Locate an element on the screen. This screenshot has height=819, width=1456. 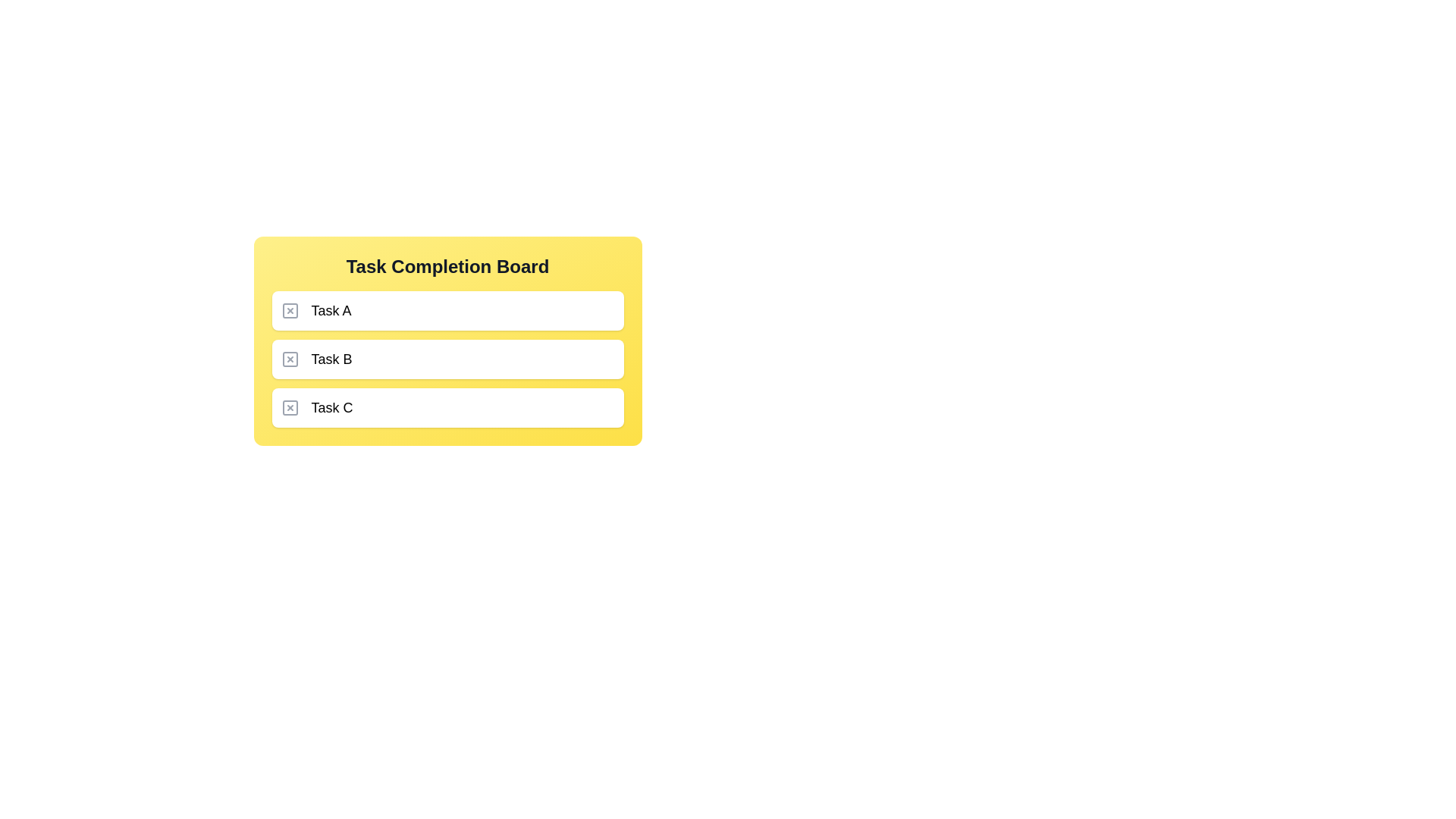
the deletion button located at the far left of the yellow 'Task Completion Board', adjacent to the text label 'Task A' is located at coordinates (290, 309).